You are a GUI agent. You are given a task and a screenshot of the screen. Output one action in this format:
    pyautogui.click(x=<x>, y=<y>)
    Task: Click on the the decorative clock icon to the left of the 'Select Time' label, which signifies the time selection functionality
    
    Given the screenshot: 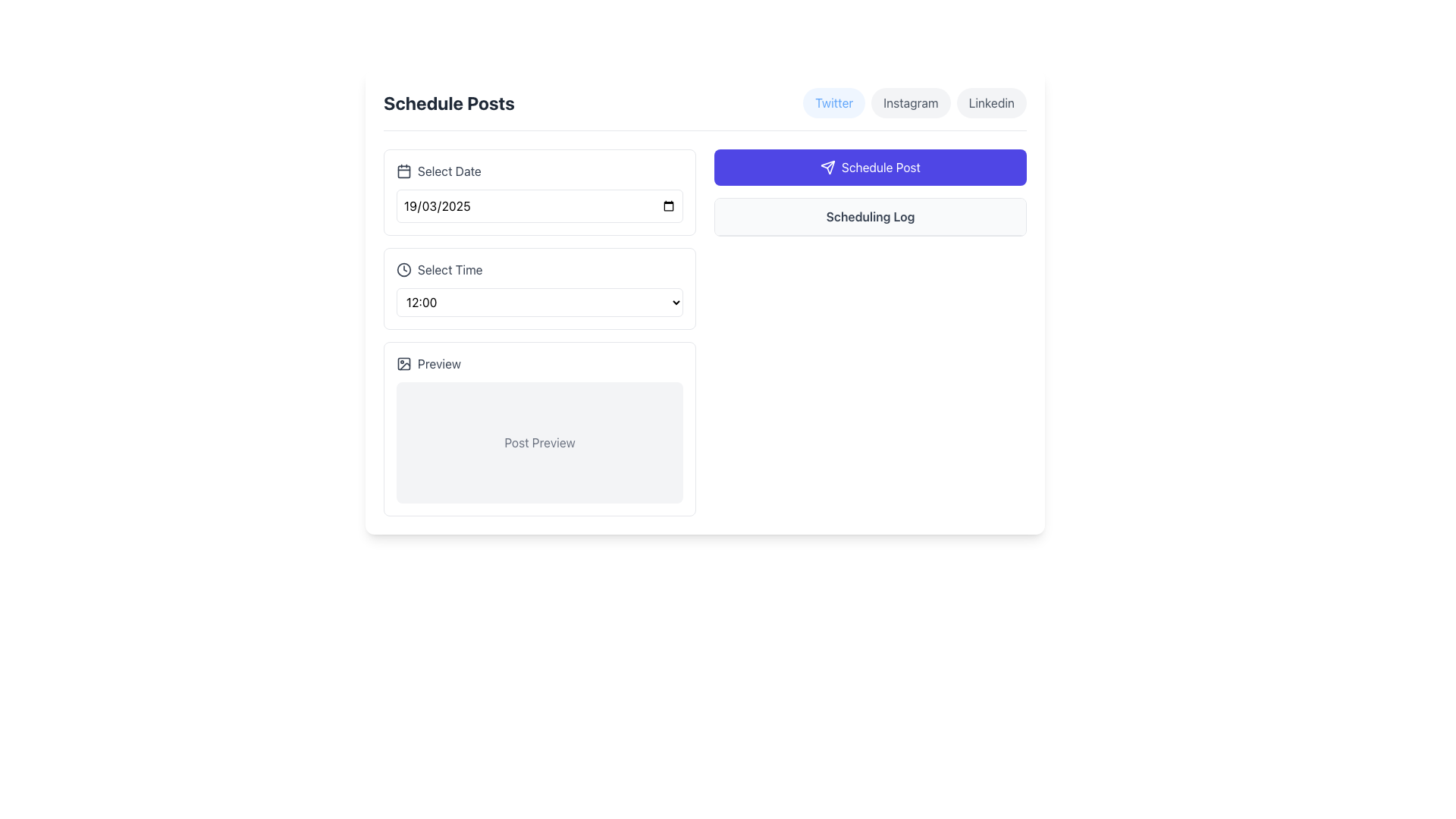 What is the action you would take?
    pyautogui.click(x=403, y=268)
    